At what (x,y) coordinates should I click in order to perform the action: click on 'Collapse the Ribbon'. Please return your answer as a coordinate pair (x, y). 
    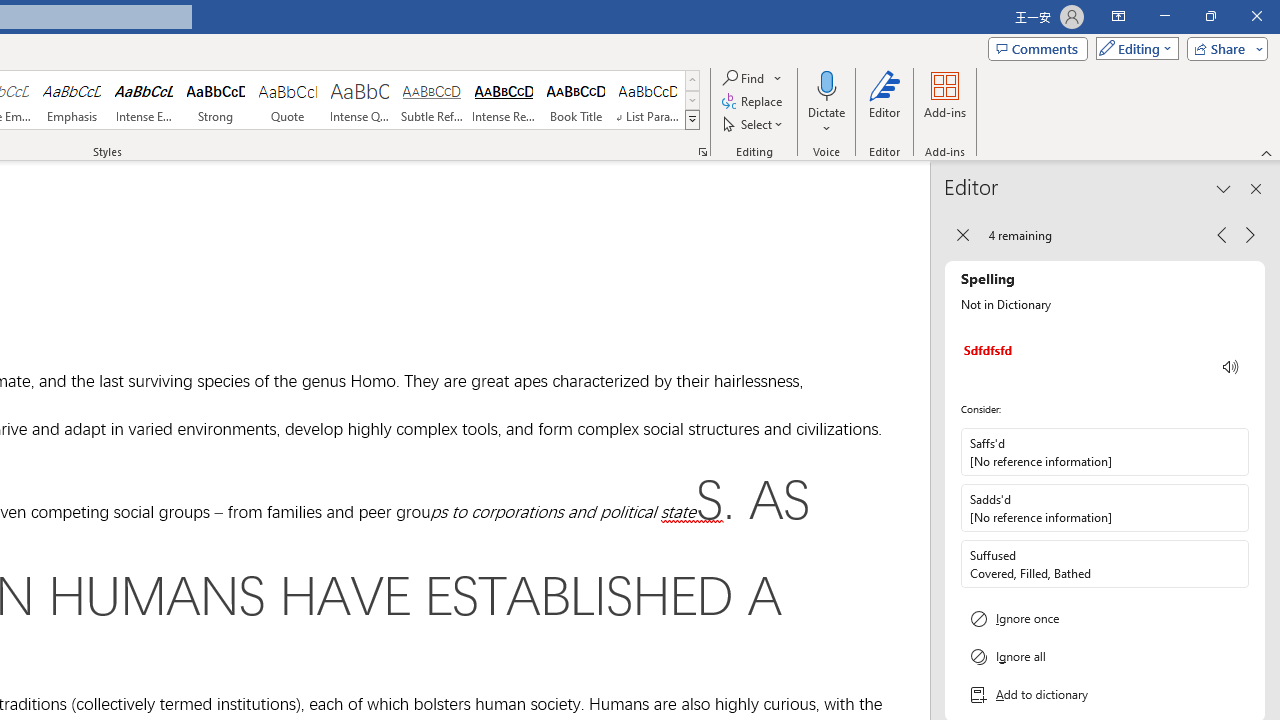
    Looking at the image, I should click on (1266, 152).